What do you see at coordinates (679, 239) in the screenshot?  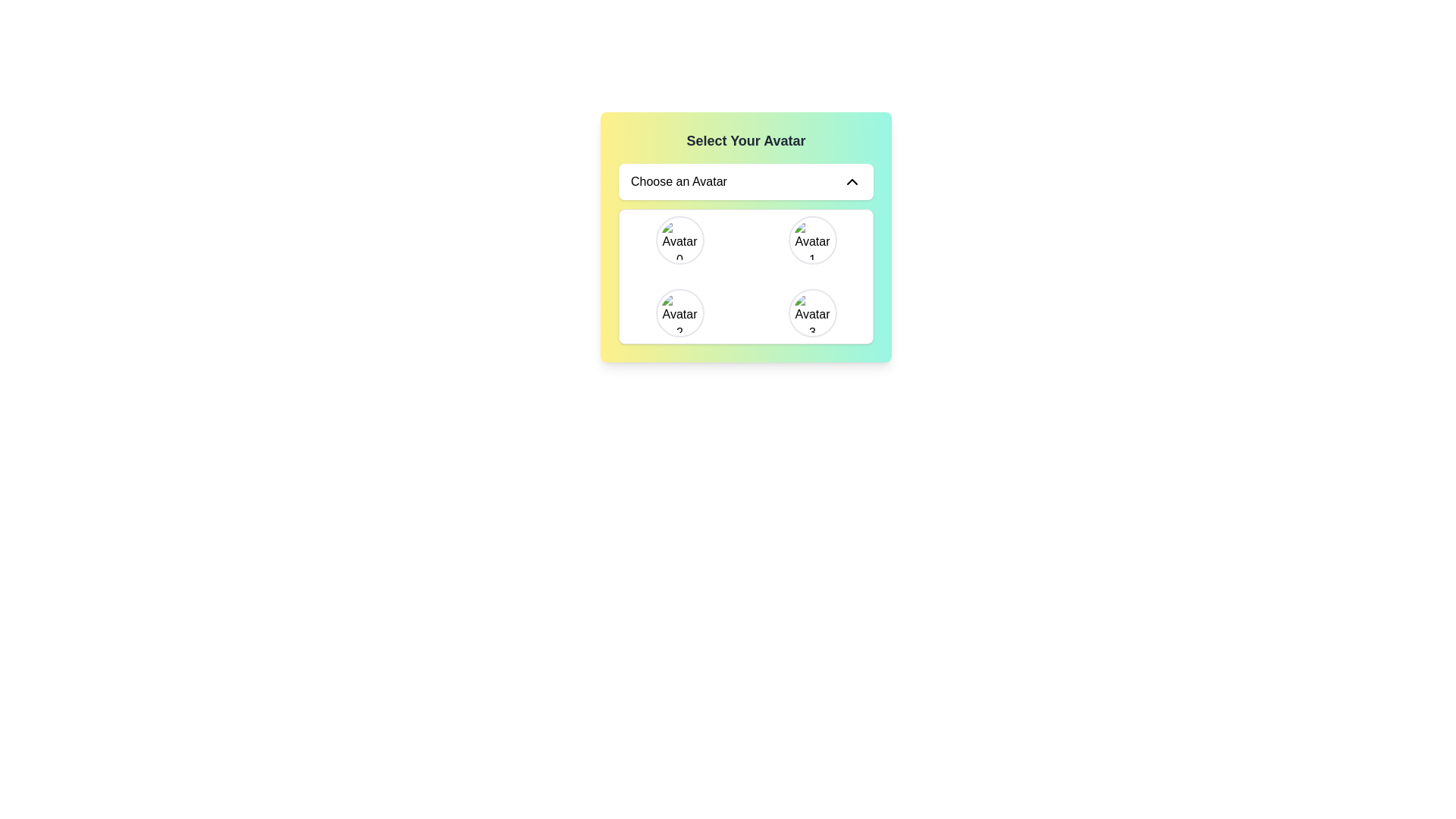 I see `the leftmost circular avatar image labeled 'Avatar 0'` at bounding box center [679, 239].